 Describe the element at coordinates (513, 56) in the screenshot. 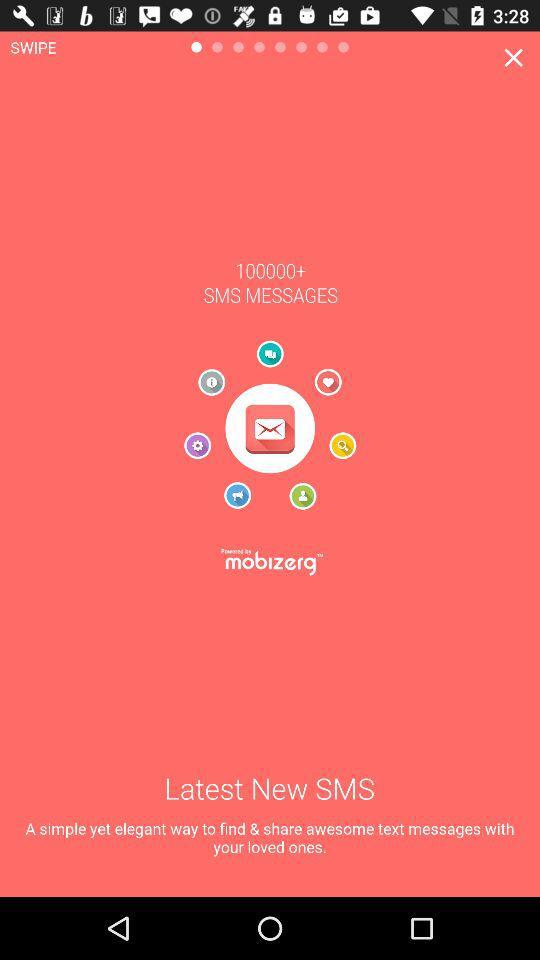

I see `the window` at that location.